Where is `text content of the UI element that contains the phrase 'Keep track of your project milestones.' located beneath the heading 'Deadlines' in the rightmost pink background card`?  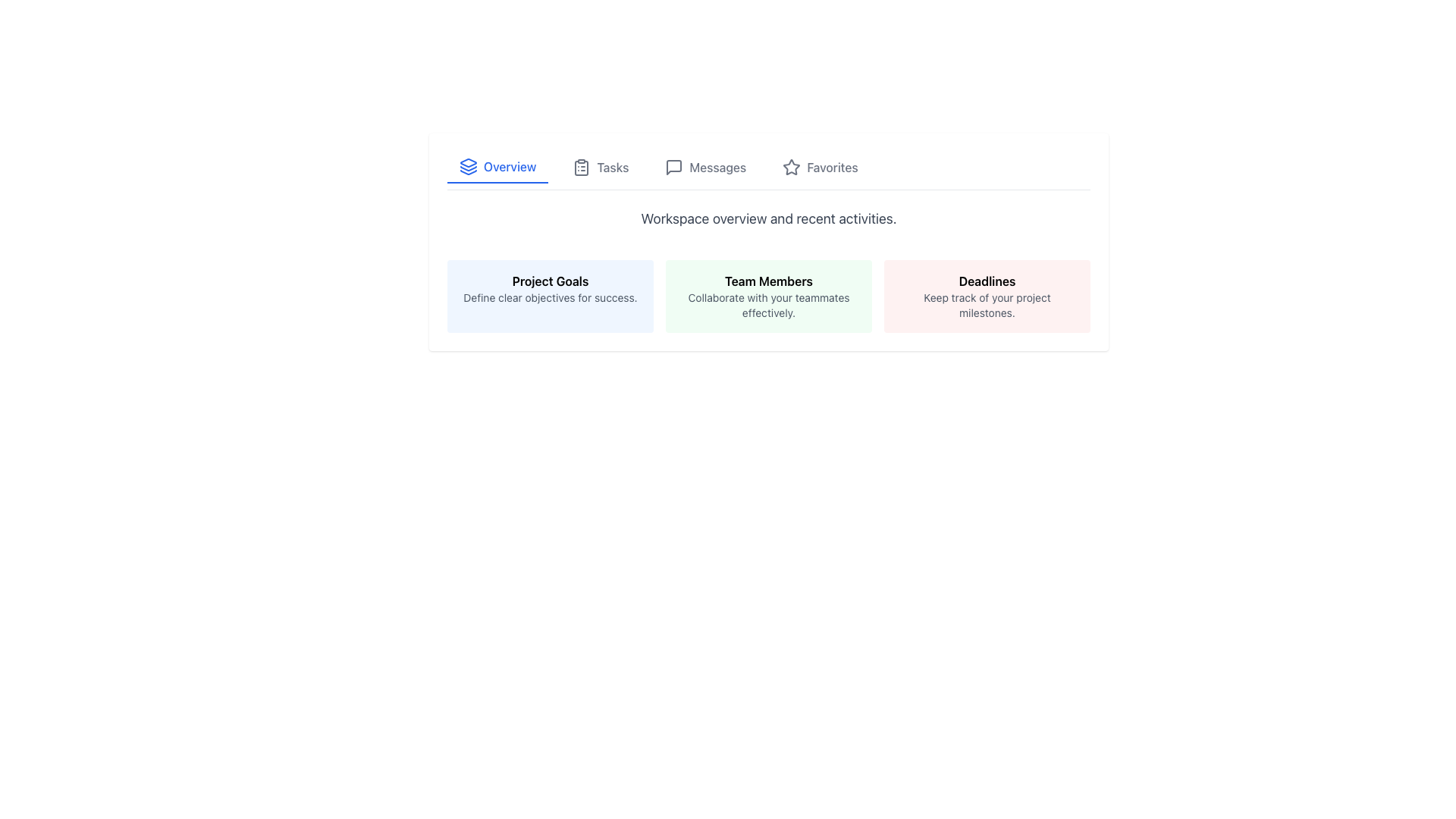 text content of the UI element that contains the phrase 'Keep track of your project milestones.' located beneath the heading 'Deadlines' in the rightmost pink background card is located at coordinates (987, 305).